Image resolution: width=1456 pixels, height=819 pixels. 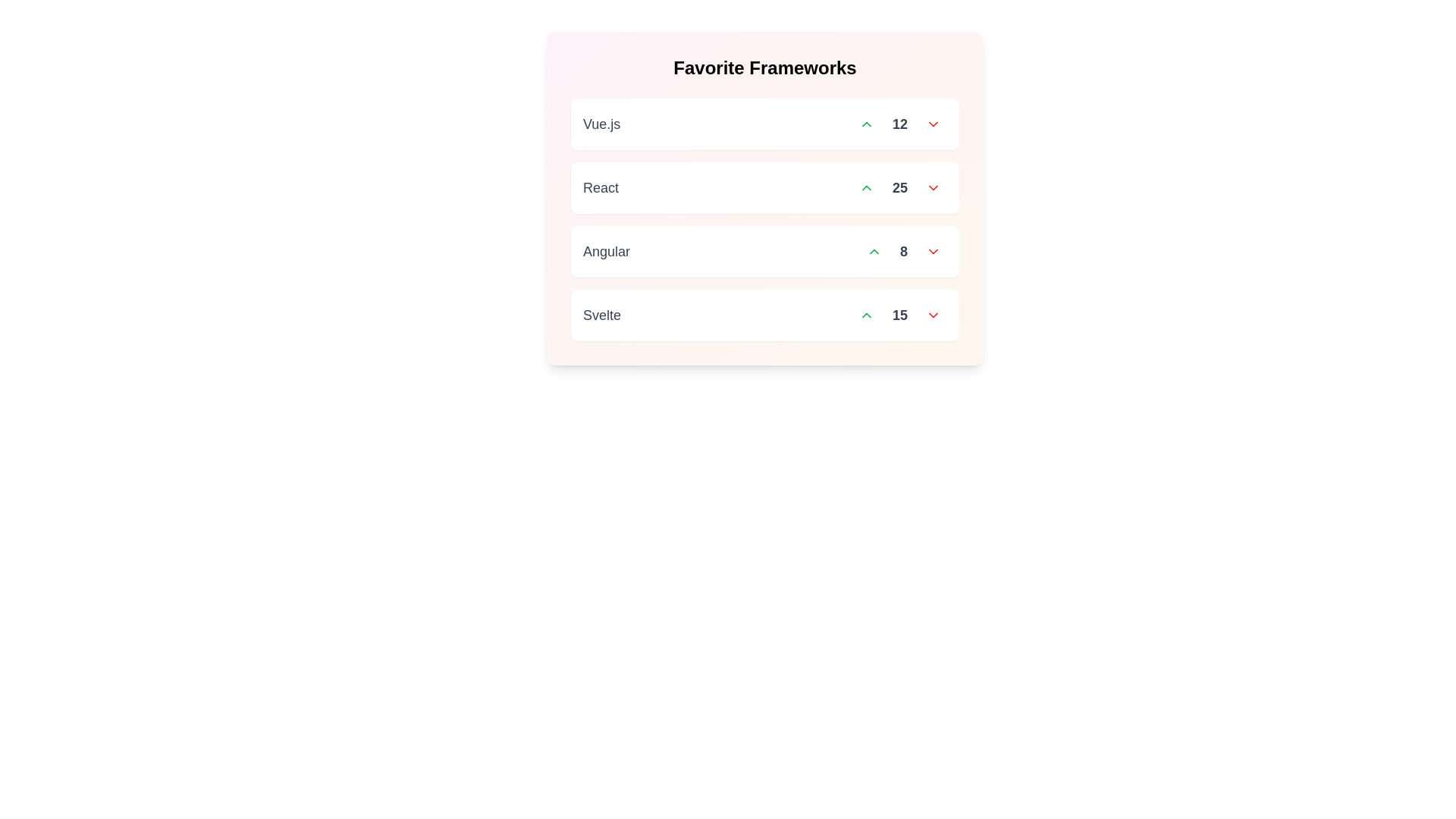 What do you see at coordinates (932, 315) in the screenshot?
I see `downvote button for the item Svelte to decrease its vote count` at bounding box center [932, 315].